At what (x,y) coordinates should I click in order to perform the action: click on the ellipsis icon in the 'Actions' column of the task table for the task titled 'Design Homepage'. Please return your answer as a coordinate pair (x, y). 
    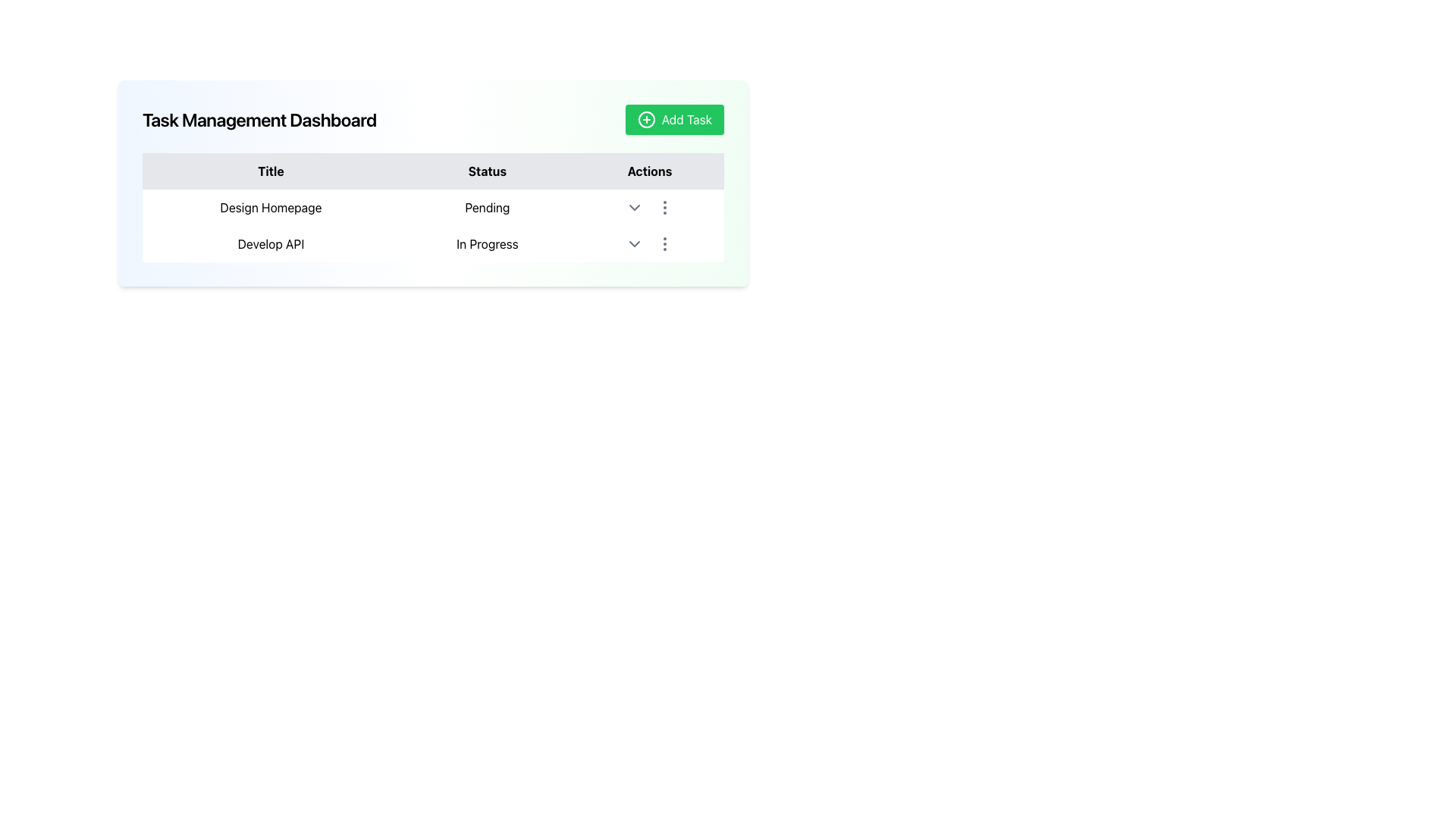
    Looking at the image, I should click on (664, 207).